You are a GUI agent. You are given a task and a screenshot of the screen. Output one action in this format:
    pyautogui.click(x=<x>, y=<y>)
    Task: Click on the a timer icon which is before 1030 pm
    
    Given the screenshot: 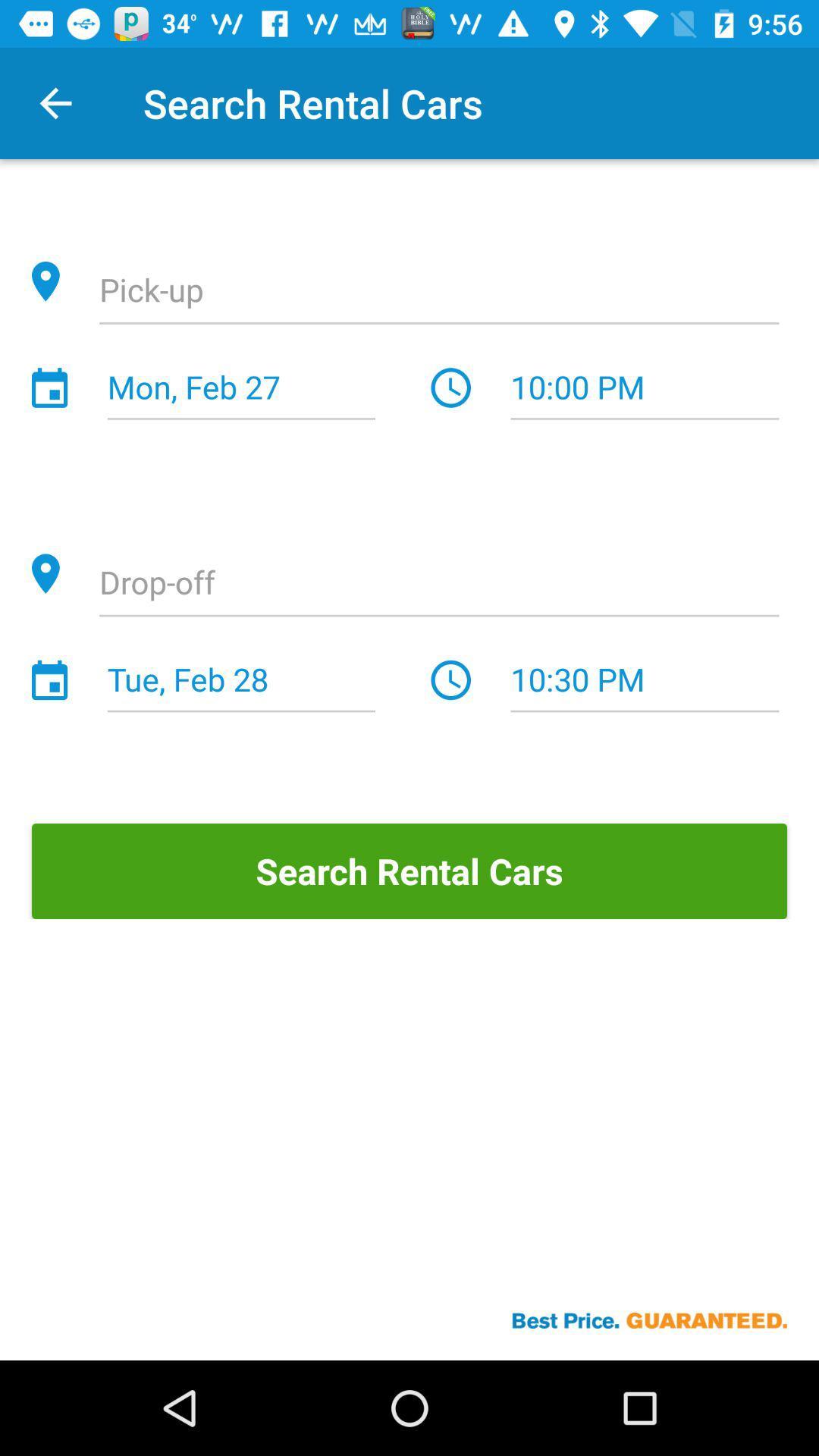 What is the action you would take?
    pyautogui.click(x=450, y=679)
    